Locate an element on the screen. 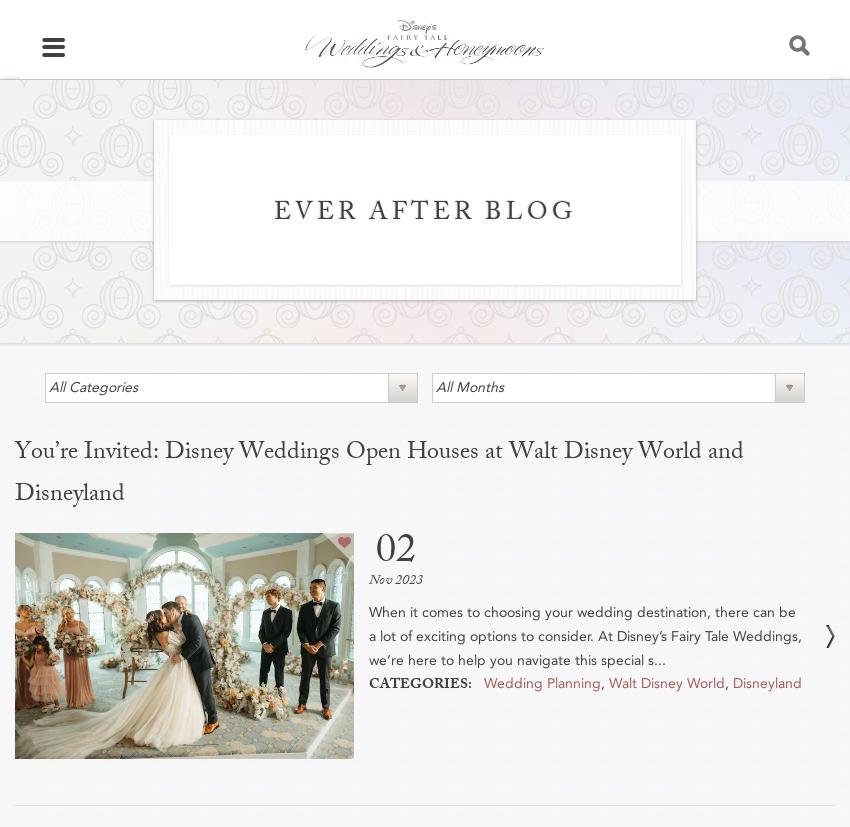 The image size is (850, 827). 'Walt Disney World' is located at coordinates (608, 681).